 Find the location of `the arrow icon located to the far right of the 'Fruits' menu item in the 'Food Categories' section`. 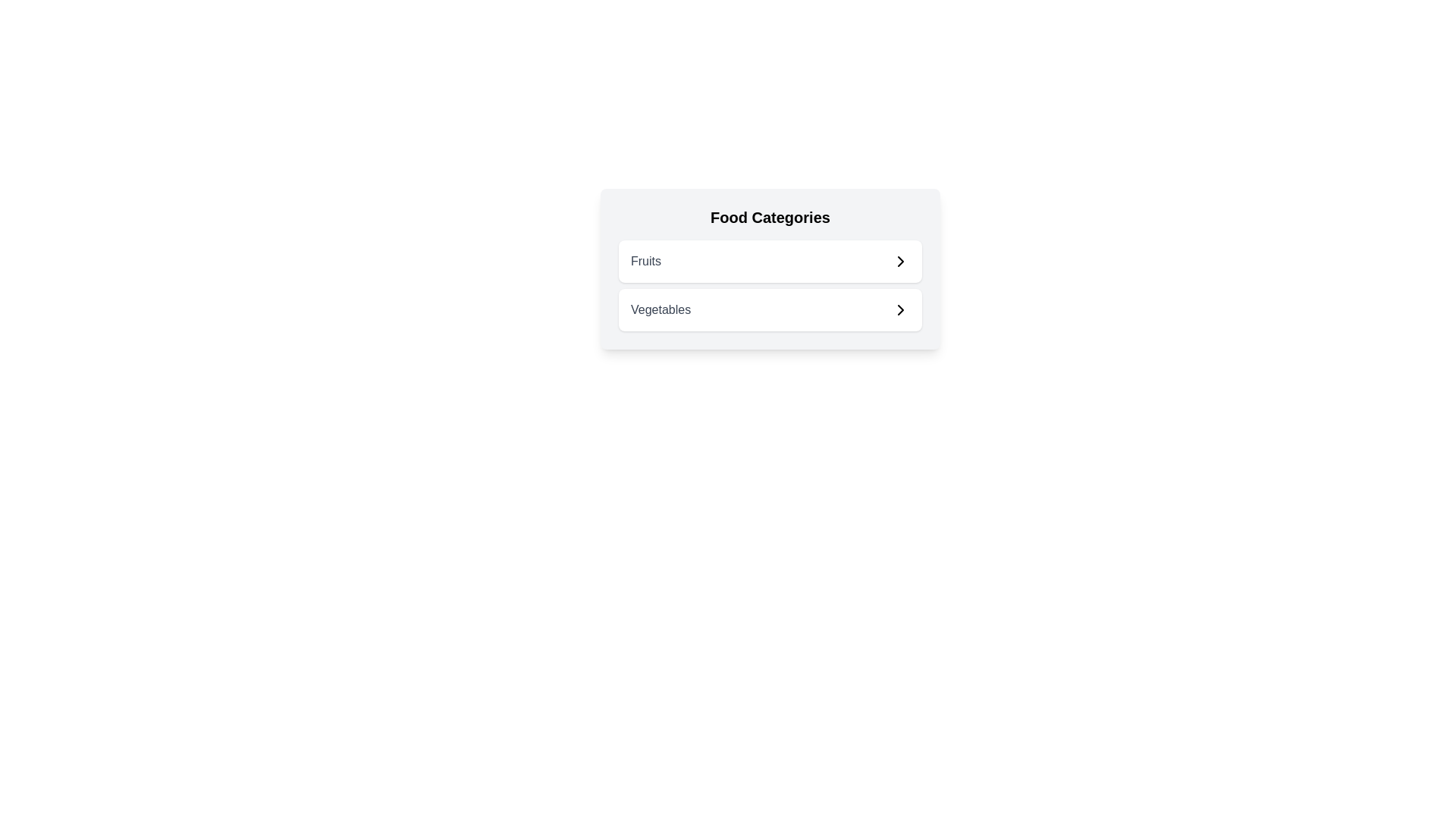

the arrow icon located to the far right of the 'Fruits' menu item in the 'Food Categories' section is located at coordinates (901, 260).